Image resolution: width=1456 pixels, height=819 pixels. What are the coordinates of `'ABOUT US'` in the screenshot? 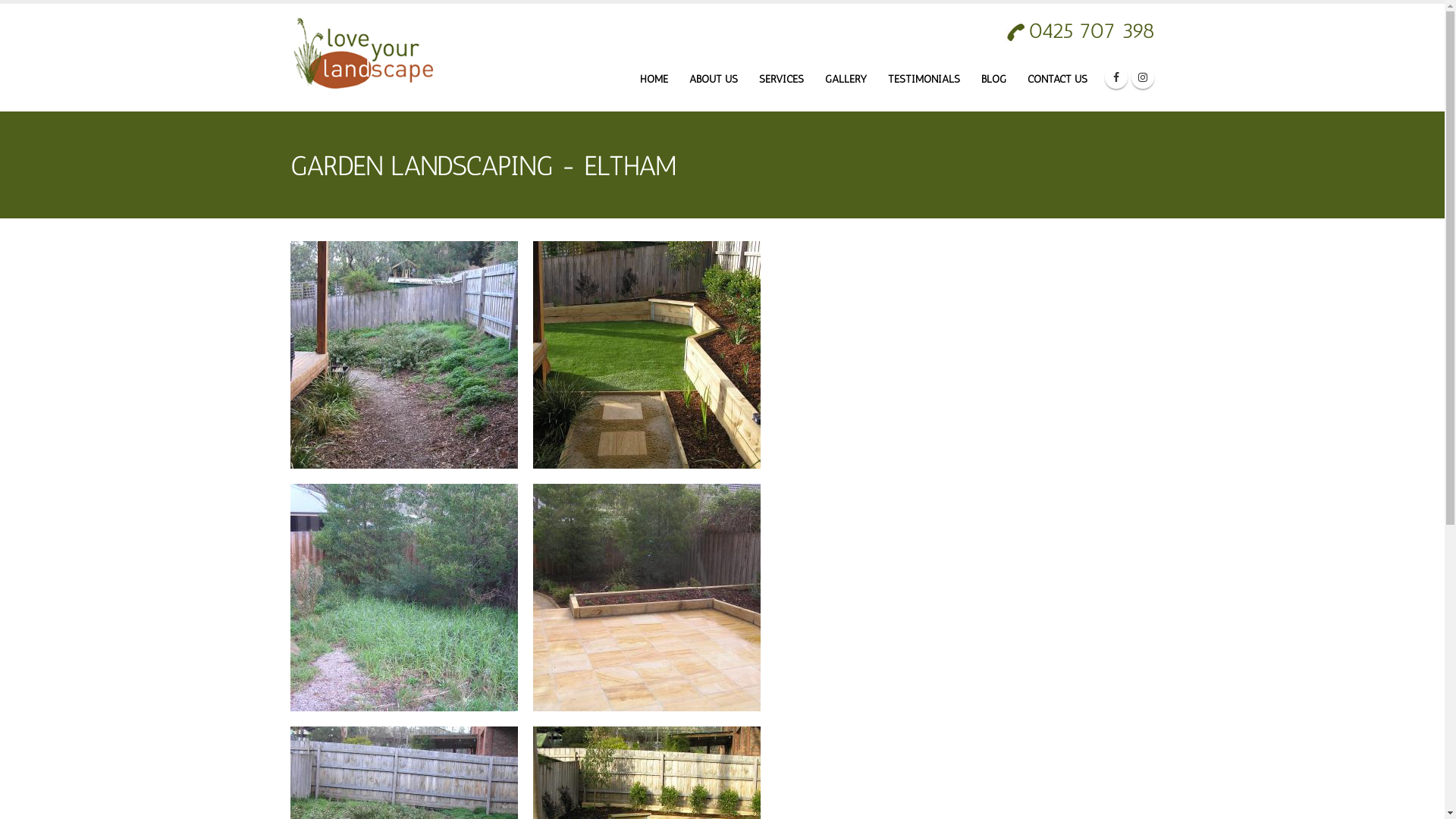 It's located at (712, 79).